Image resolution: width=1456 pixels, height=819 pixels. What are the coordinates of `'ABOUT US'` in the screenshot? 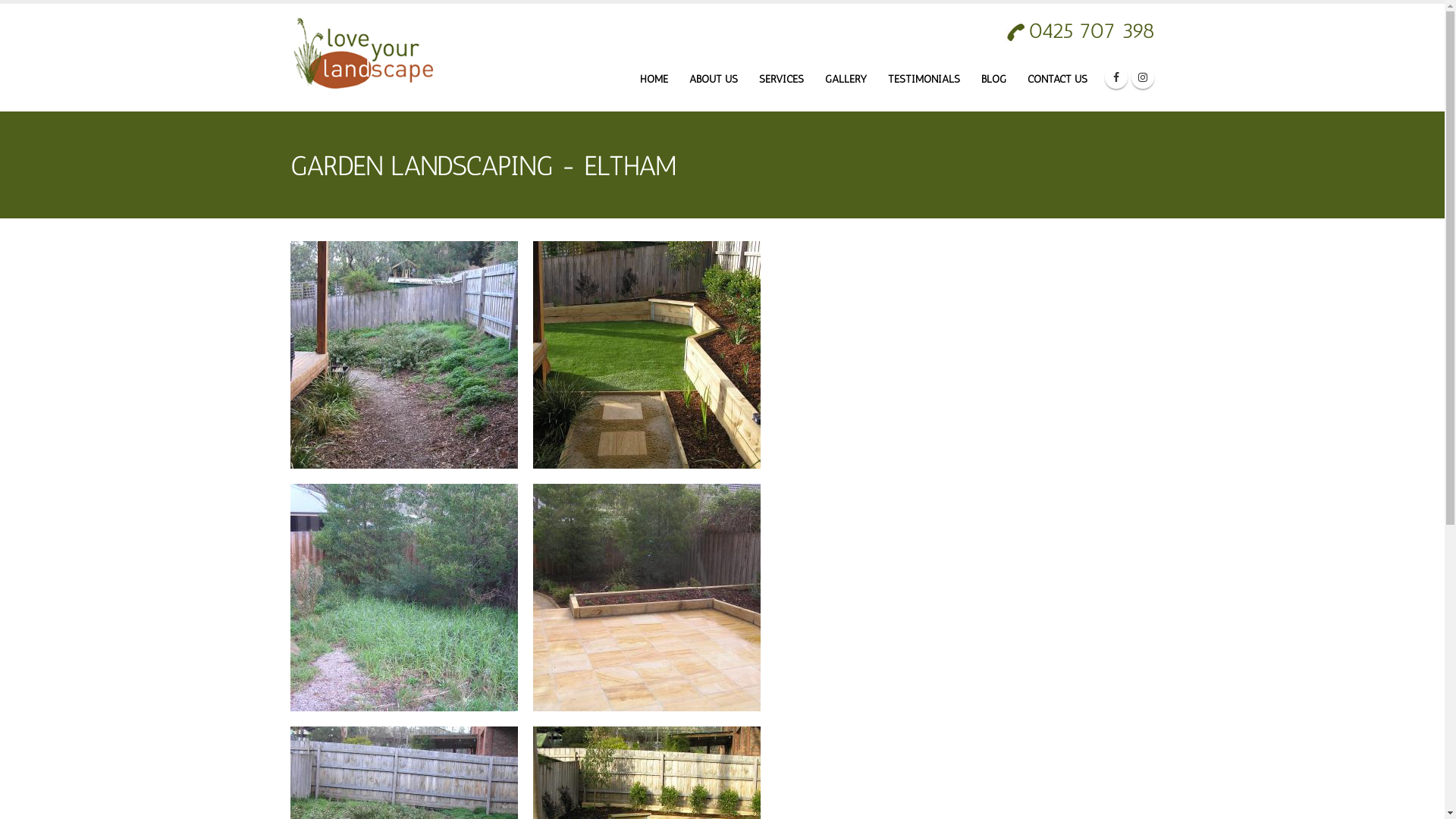 It's located at (712, 79).